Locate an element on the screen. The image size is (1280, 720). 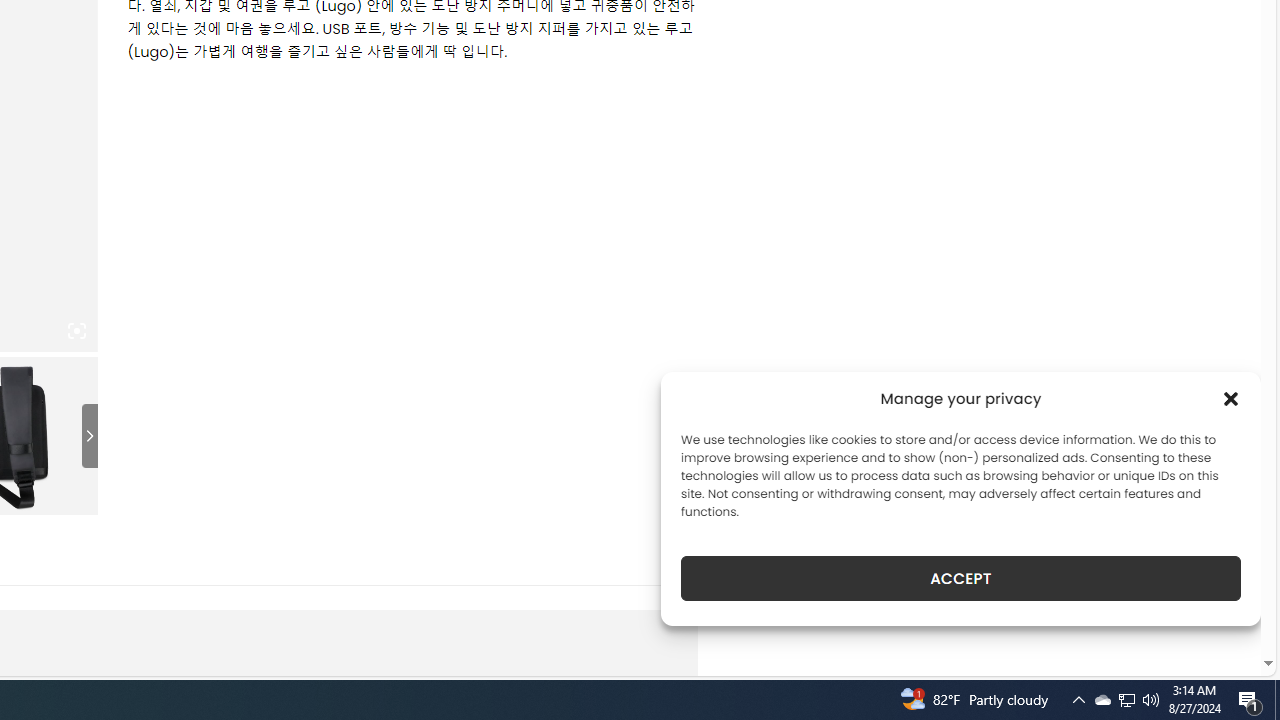
'ACCEPT' is located at coordinates (961, 578).